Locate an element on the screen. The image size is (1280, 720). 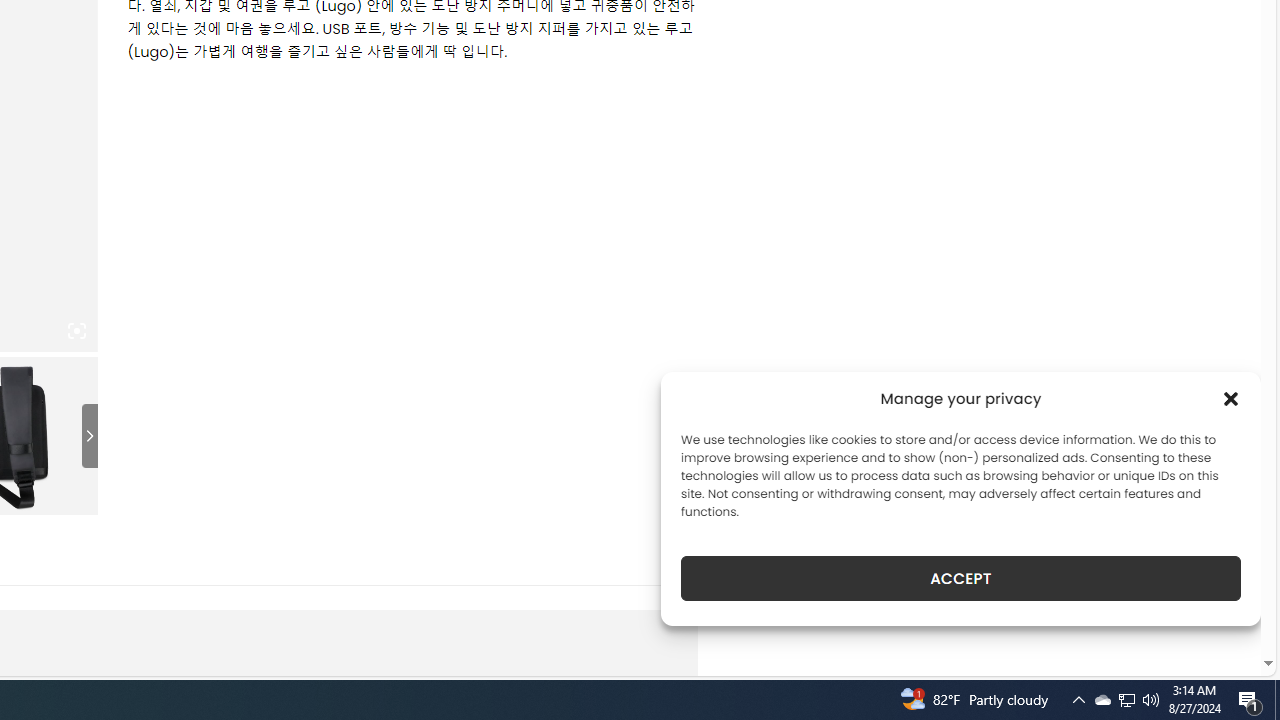
'ACCEPT' is located at coordinates (961, 578).